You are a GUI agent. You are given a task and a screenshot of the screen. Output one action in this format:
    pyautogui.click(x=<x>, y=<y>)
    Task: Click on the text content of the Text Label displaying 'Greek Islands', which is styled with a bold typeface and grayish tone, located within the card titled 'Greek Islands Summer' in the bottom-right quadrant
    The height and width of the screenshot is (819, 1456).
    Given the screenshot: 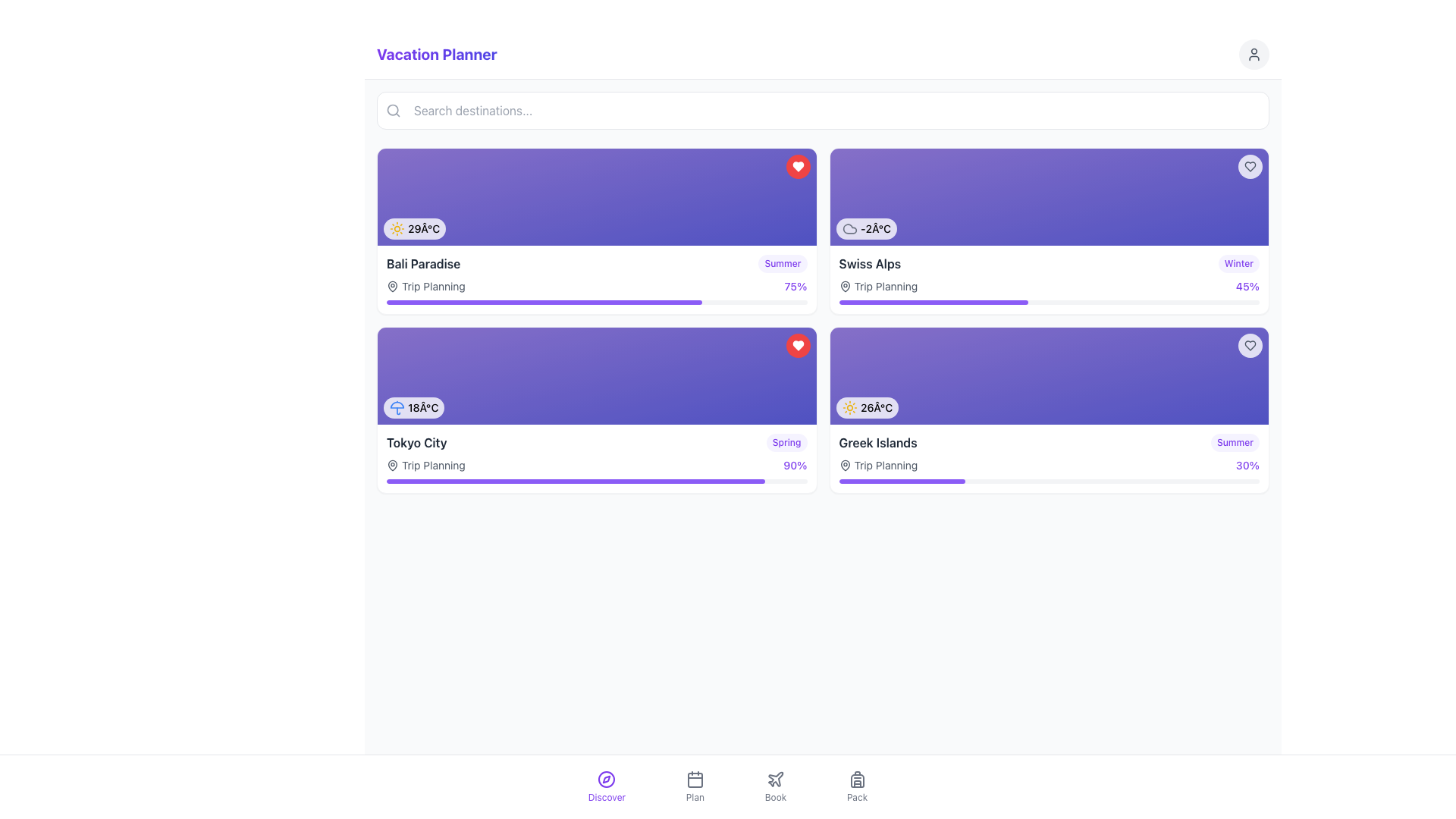 What is the action you would take?
    pyautogui.click(x=878, y=442)
    